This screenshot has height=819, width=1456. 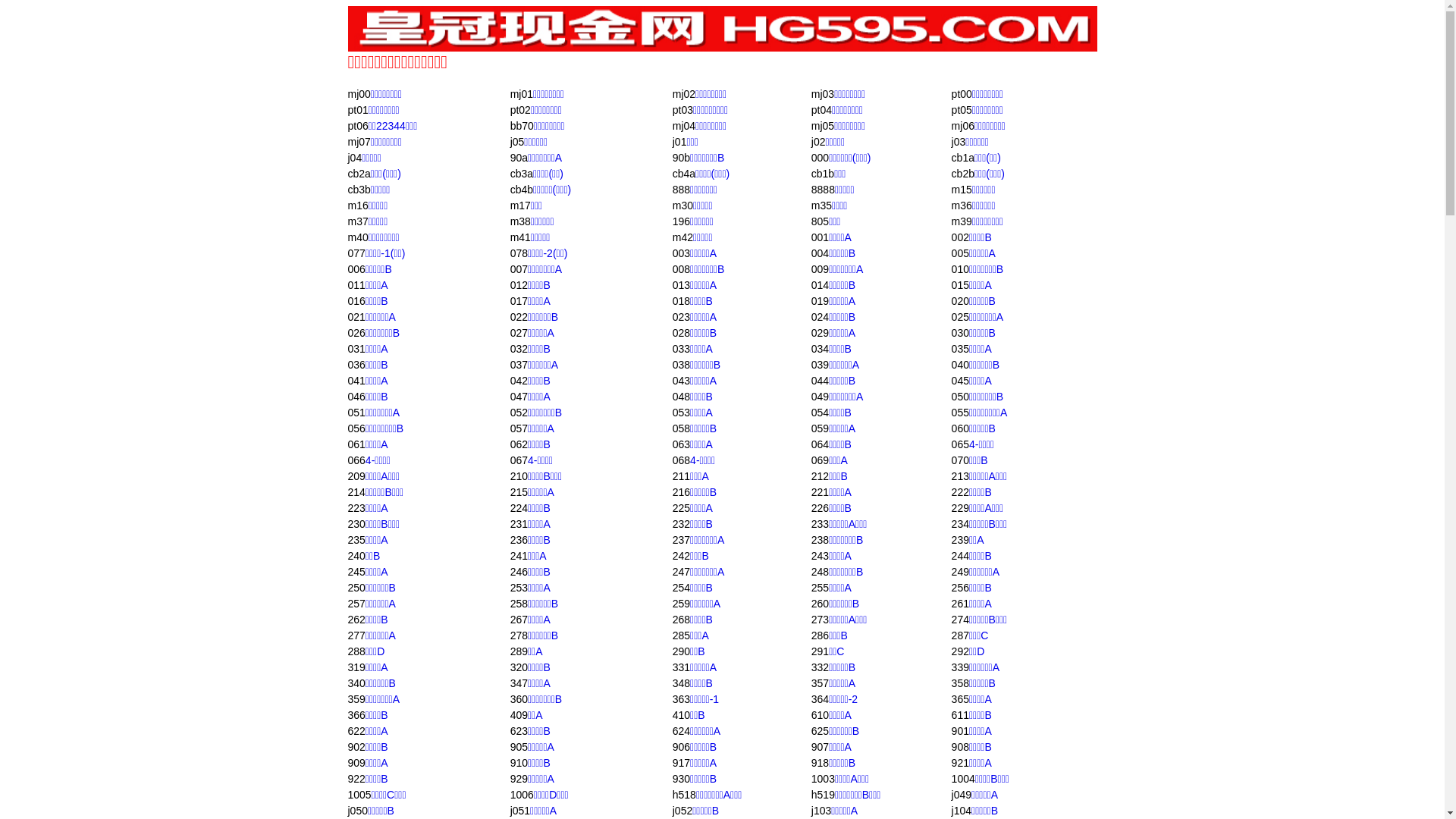 I want to click on '907', so click(x=819, y=745).